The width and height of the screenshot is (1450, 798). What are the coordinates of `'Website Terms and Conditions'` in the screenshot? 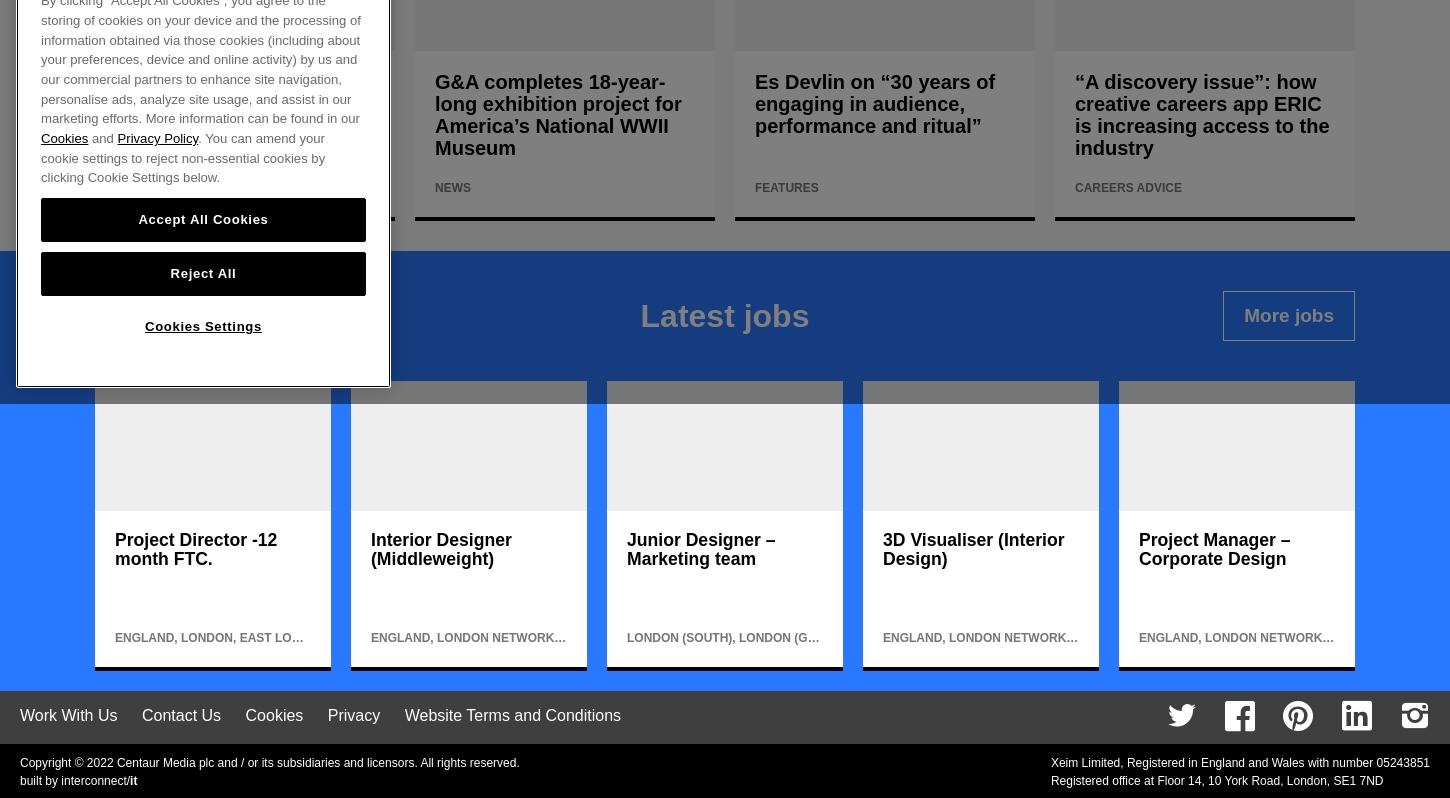 It's located at (402, 714).